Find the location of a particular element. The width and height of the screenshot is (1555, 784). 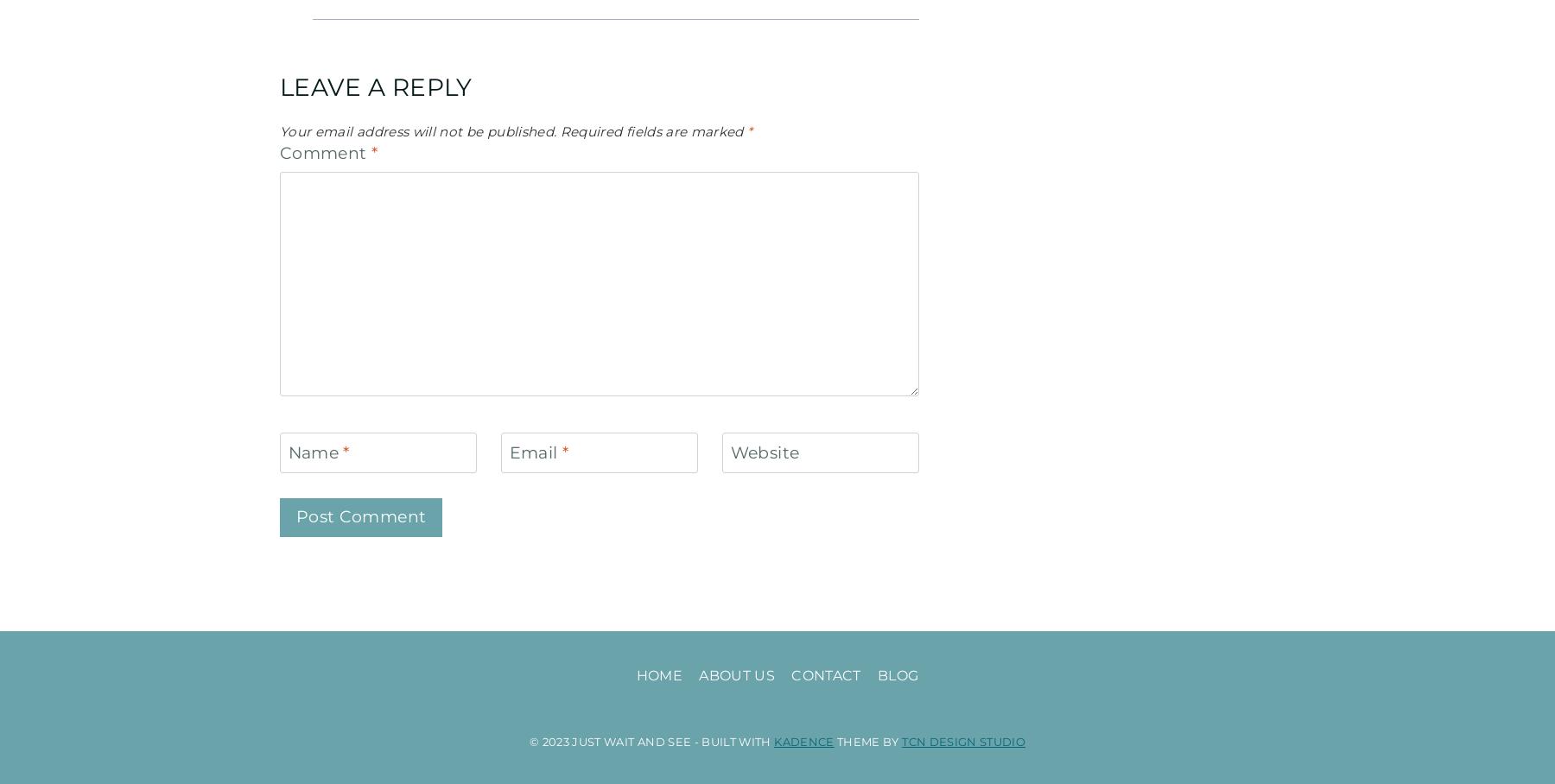

'Contact' is located at coordinates (824, 674).